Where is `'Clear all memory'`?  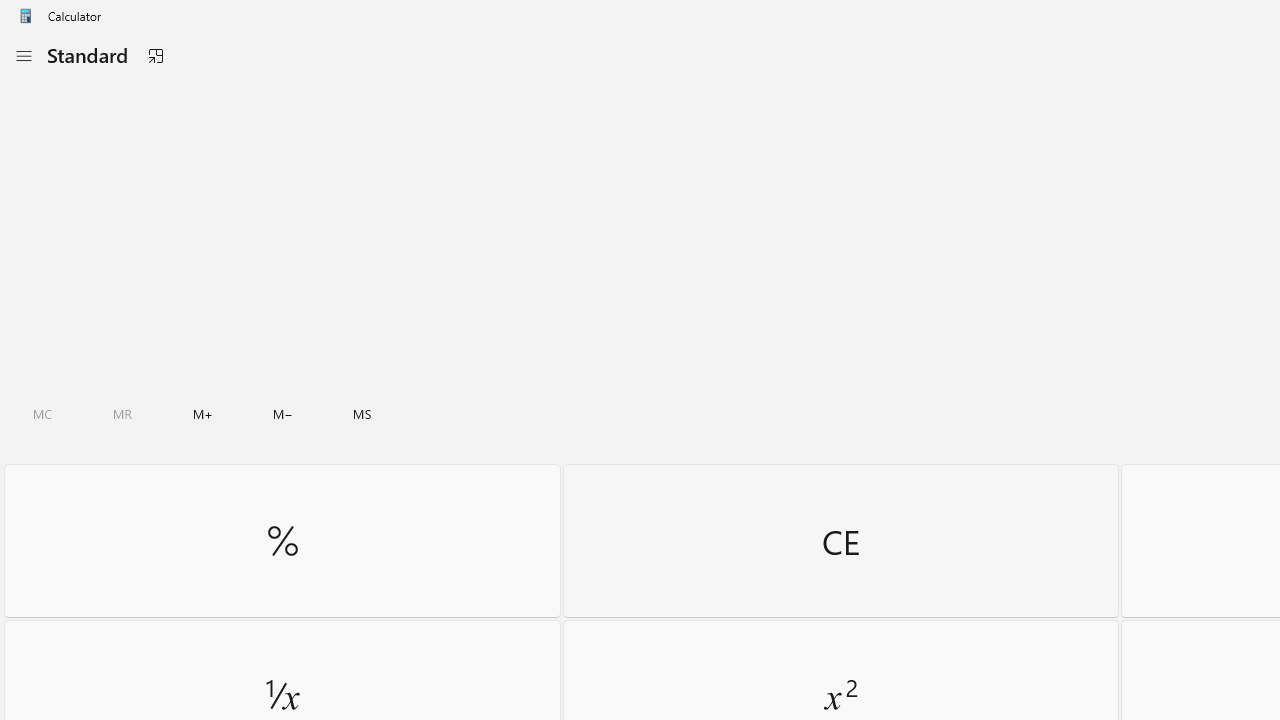
'Clear all memory' is located at coordinates (42, 413).